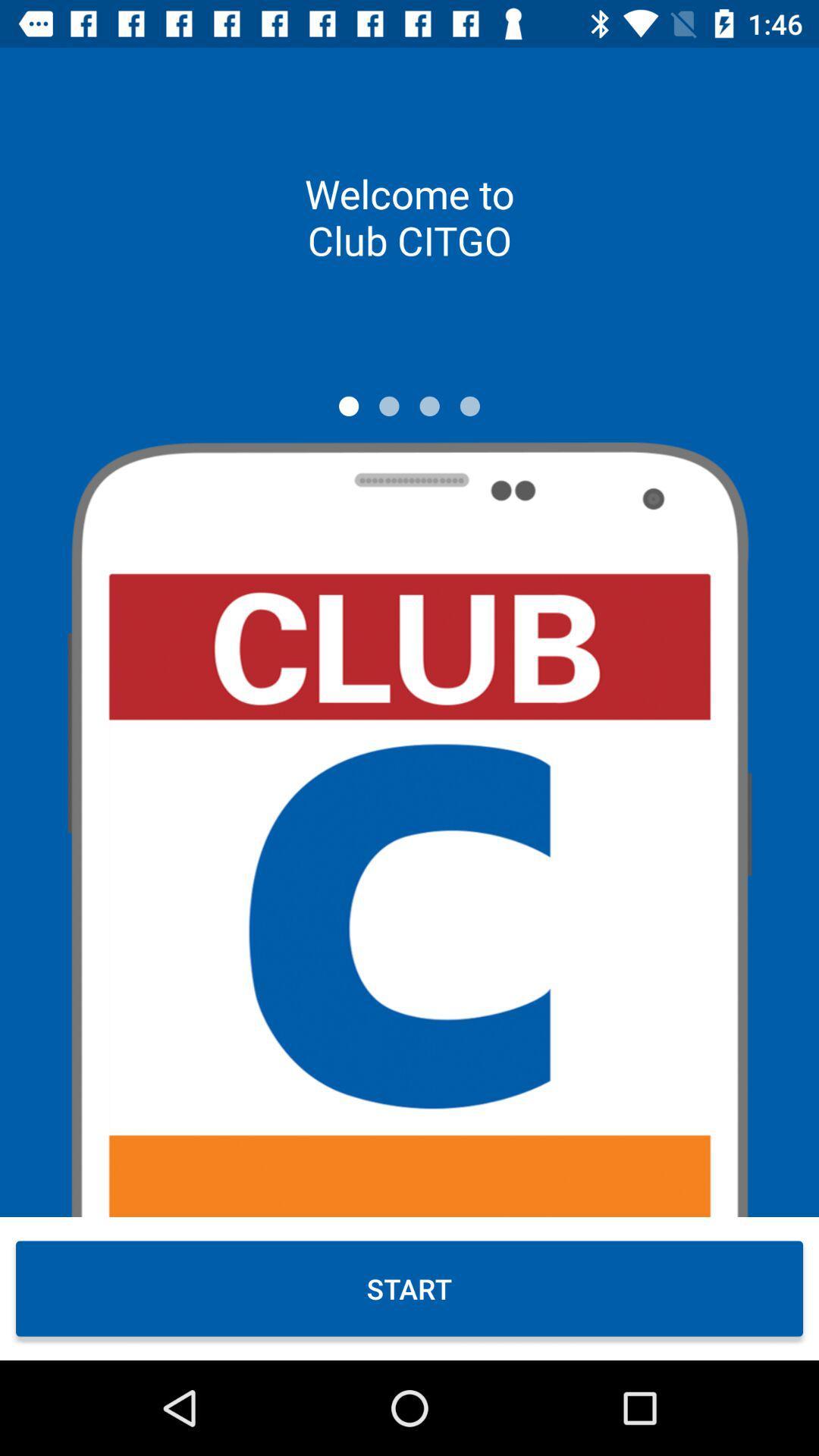  What do you see at coordinates (349, 406) in the screenshot?
I see `icon below welcome to club` at bounding box center [349, 406].